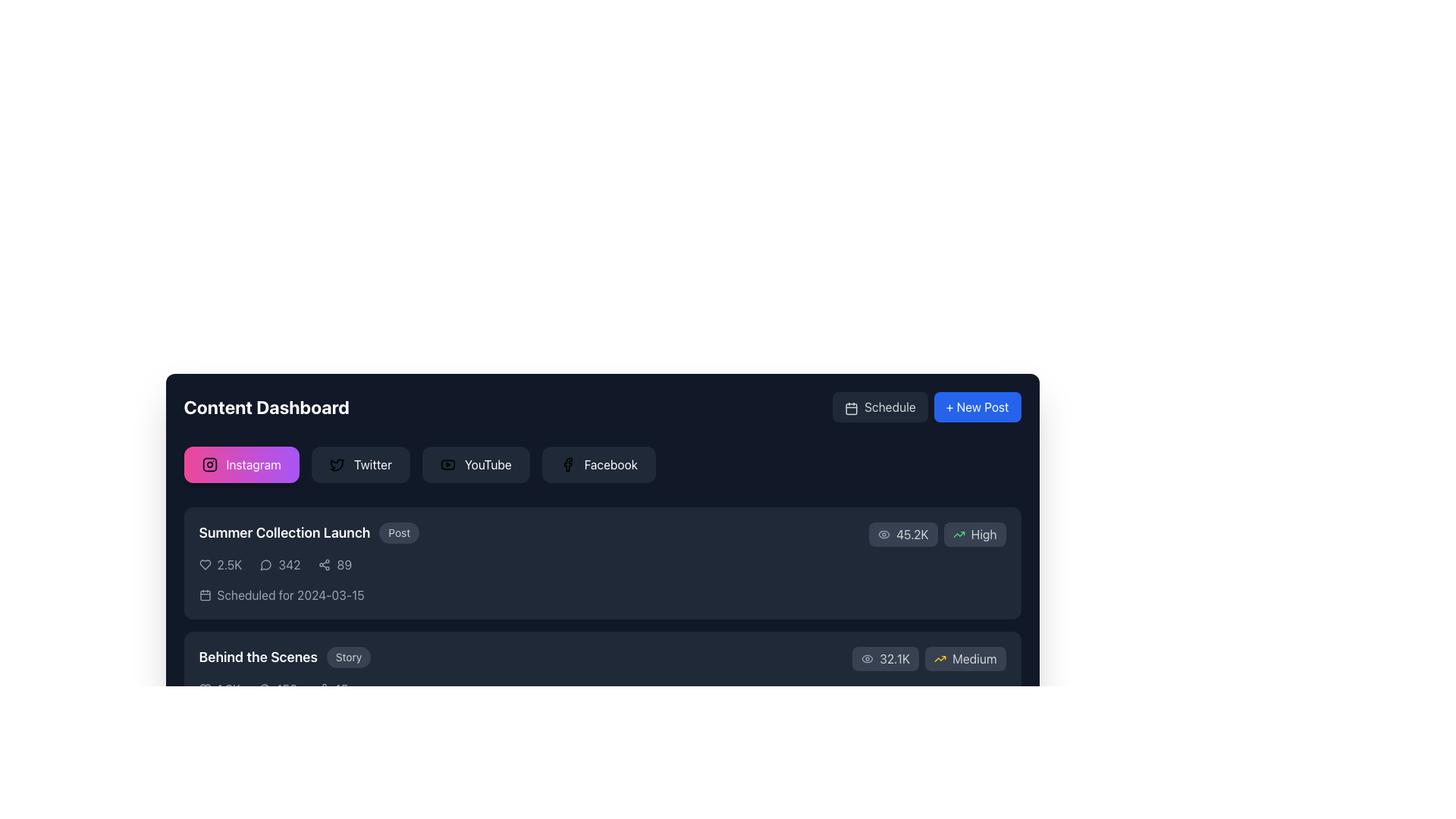  Describe the element at coordinates (937, 534) in the screenshot. I see `the informational badges displaying metrics related to the 'Summer Collection Launch' entry in the list` at that location.